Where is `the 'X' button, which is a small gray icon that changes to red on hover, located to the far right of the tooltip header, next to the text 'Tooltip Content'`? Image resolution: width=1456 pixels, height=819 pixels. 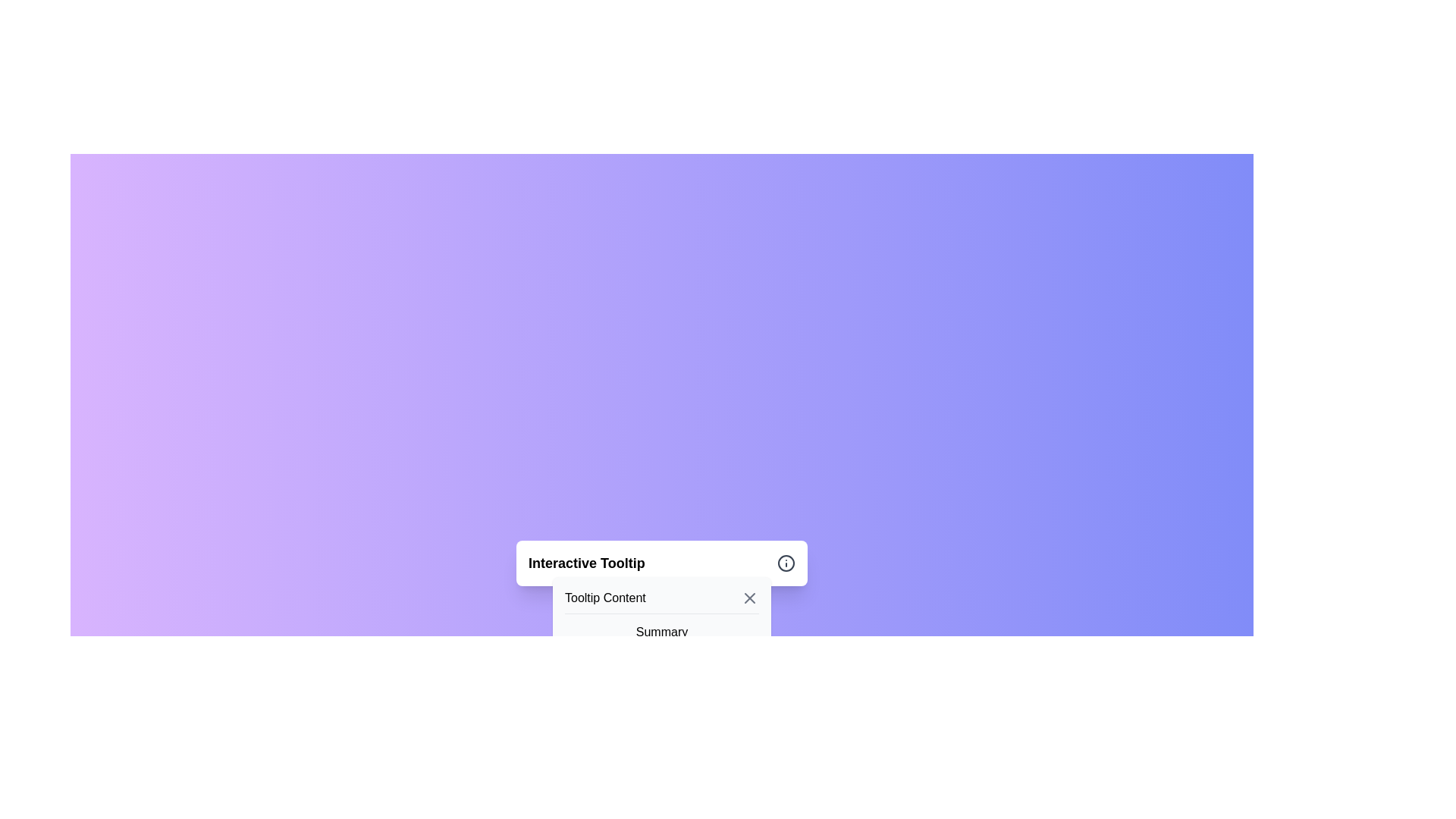 the 'X' button, which is a small gray icon that changes to red on hover, located to the far right of the tooltip header, next to the text 'Tooltip Content' is located at coordinates (749, 598).